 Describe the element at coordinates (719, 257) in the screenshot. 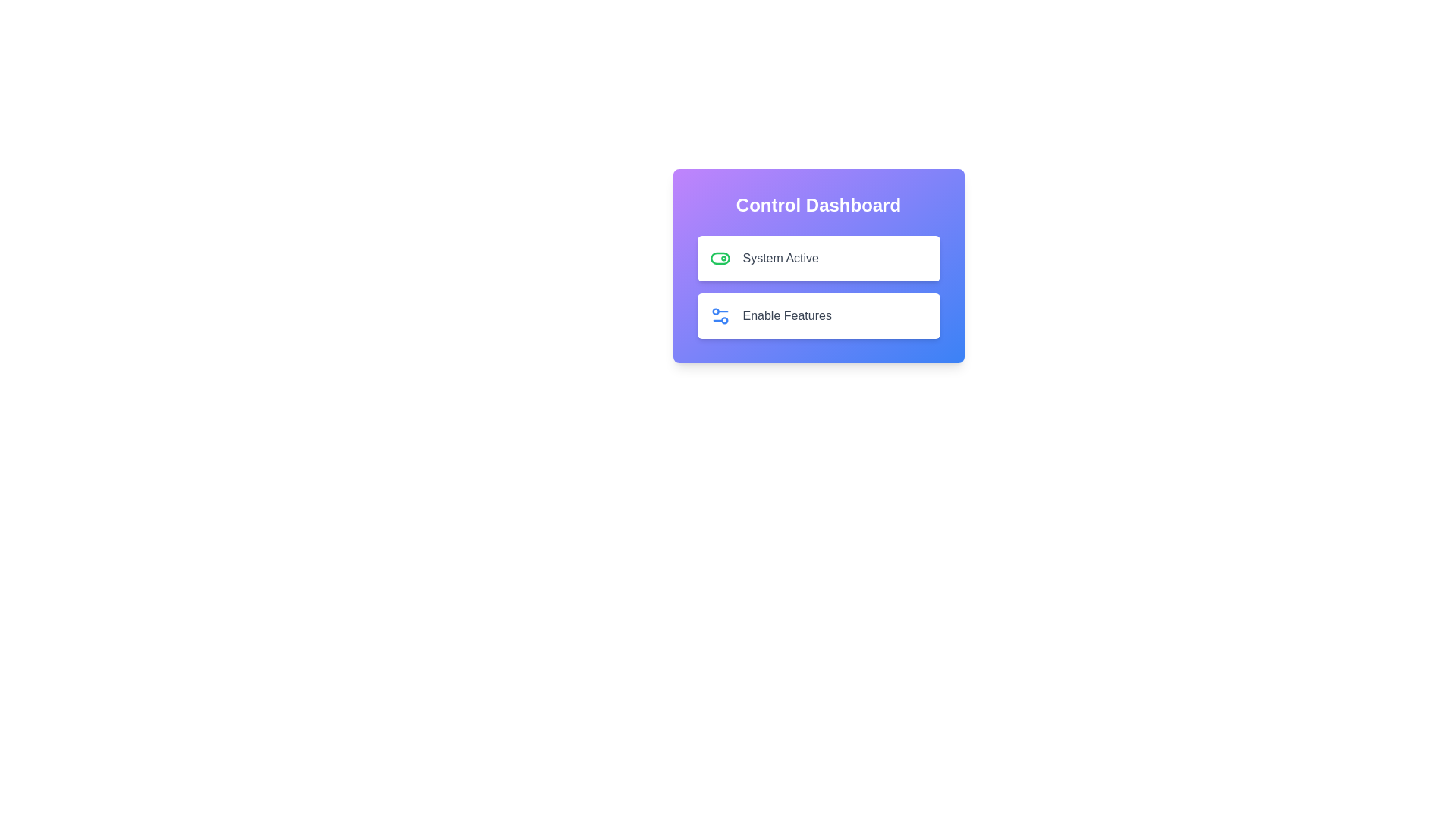

I see `the toggle icon next to 'System Active' to change its state` at that location.